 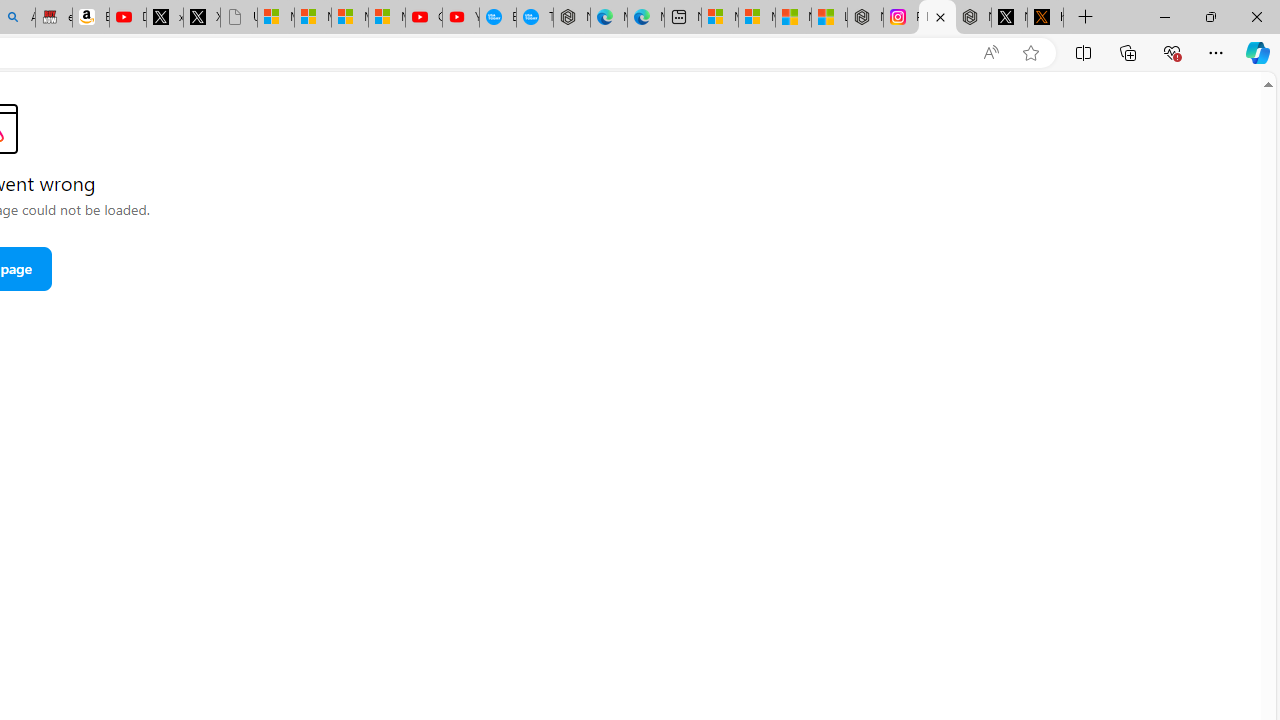 What do you see at coordinates (535, 17) in the screenshot?
I see `'The most popular Google '` at bounding box center [535, 17].